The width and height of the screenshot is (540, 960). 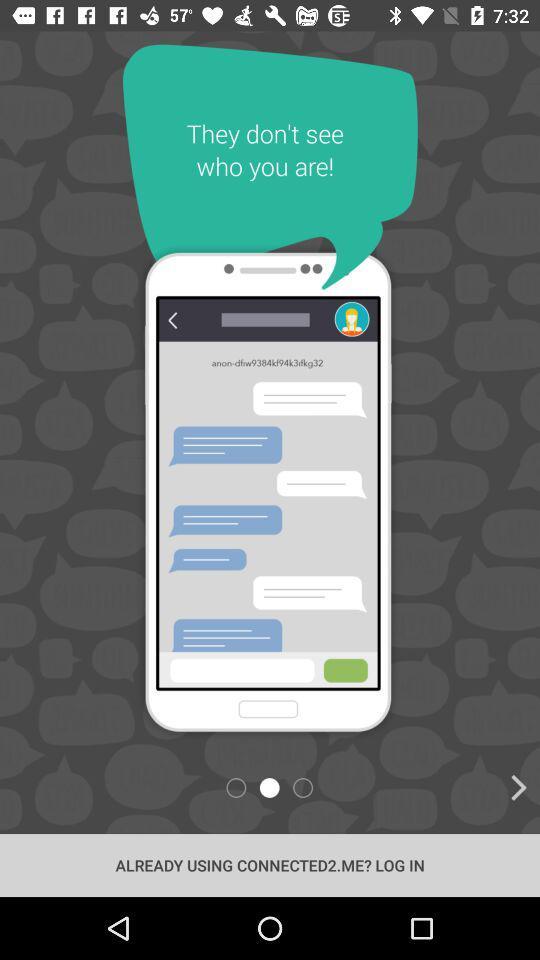 What do you see at coordinates (422, 787) in the screenshot?
I see `the icon above already using connected2 item` at bounding box center [422, 787].